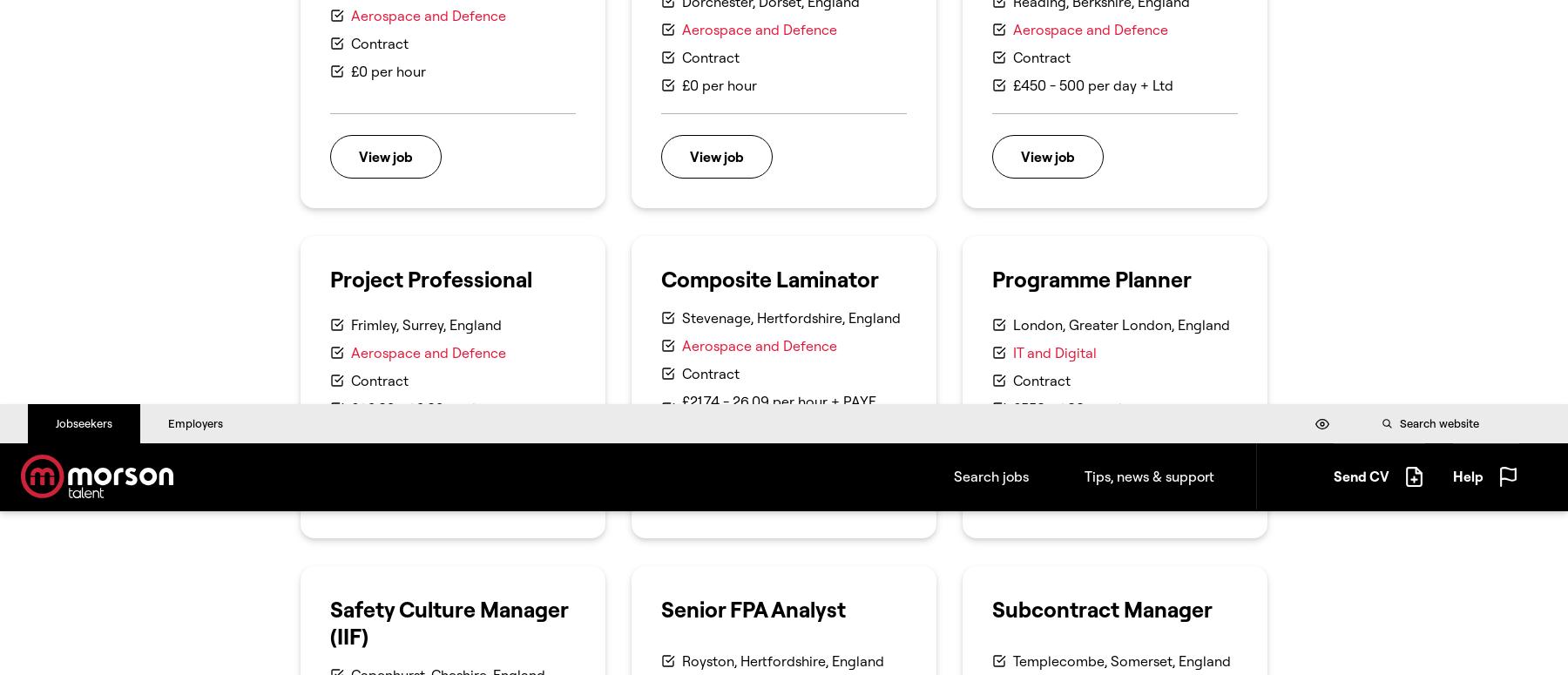 Image resolution: width=1568 pixels, height=675 pixels. Describe the element at coordinates (1276, 138) in the screenshot. I see `'Decline all cookies'` at that location.